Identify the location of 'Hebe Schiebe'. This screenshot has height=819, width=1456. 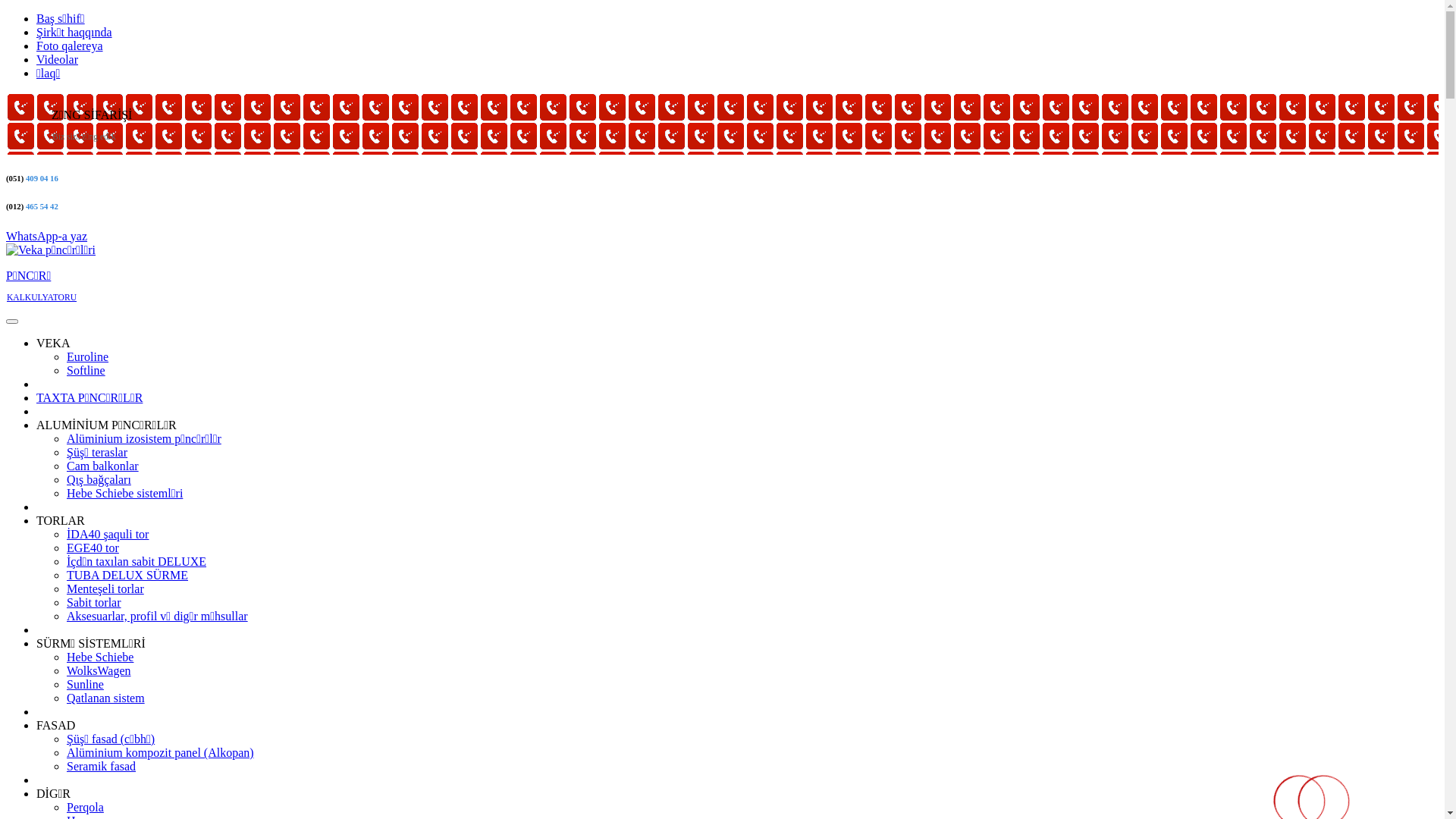
(65, 656).